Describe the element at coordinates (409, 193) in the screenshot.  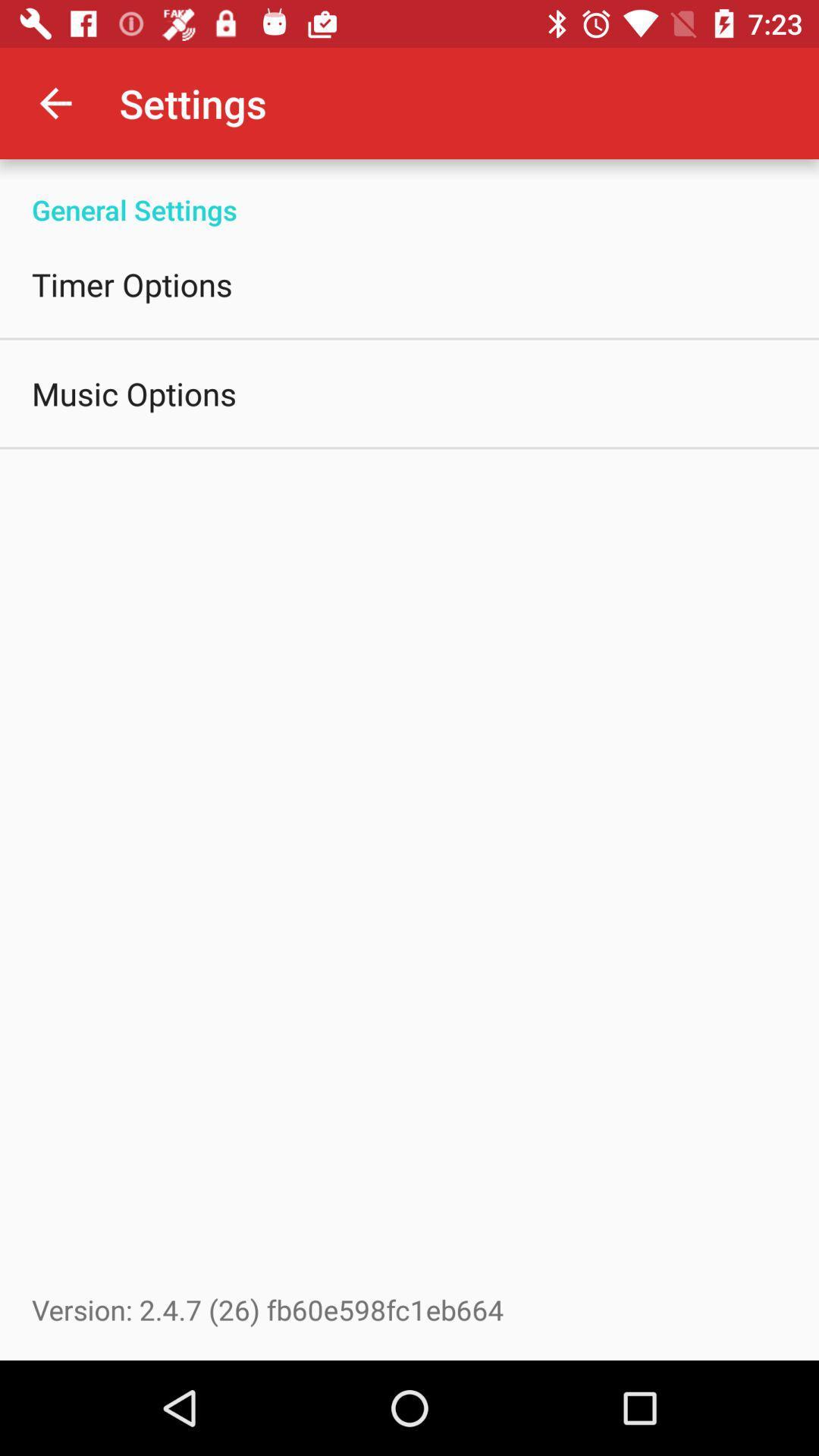
I see `the item above timer options icon` at that location.